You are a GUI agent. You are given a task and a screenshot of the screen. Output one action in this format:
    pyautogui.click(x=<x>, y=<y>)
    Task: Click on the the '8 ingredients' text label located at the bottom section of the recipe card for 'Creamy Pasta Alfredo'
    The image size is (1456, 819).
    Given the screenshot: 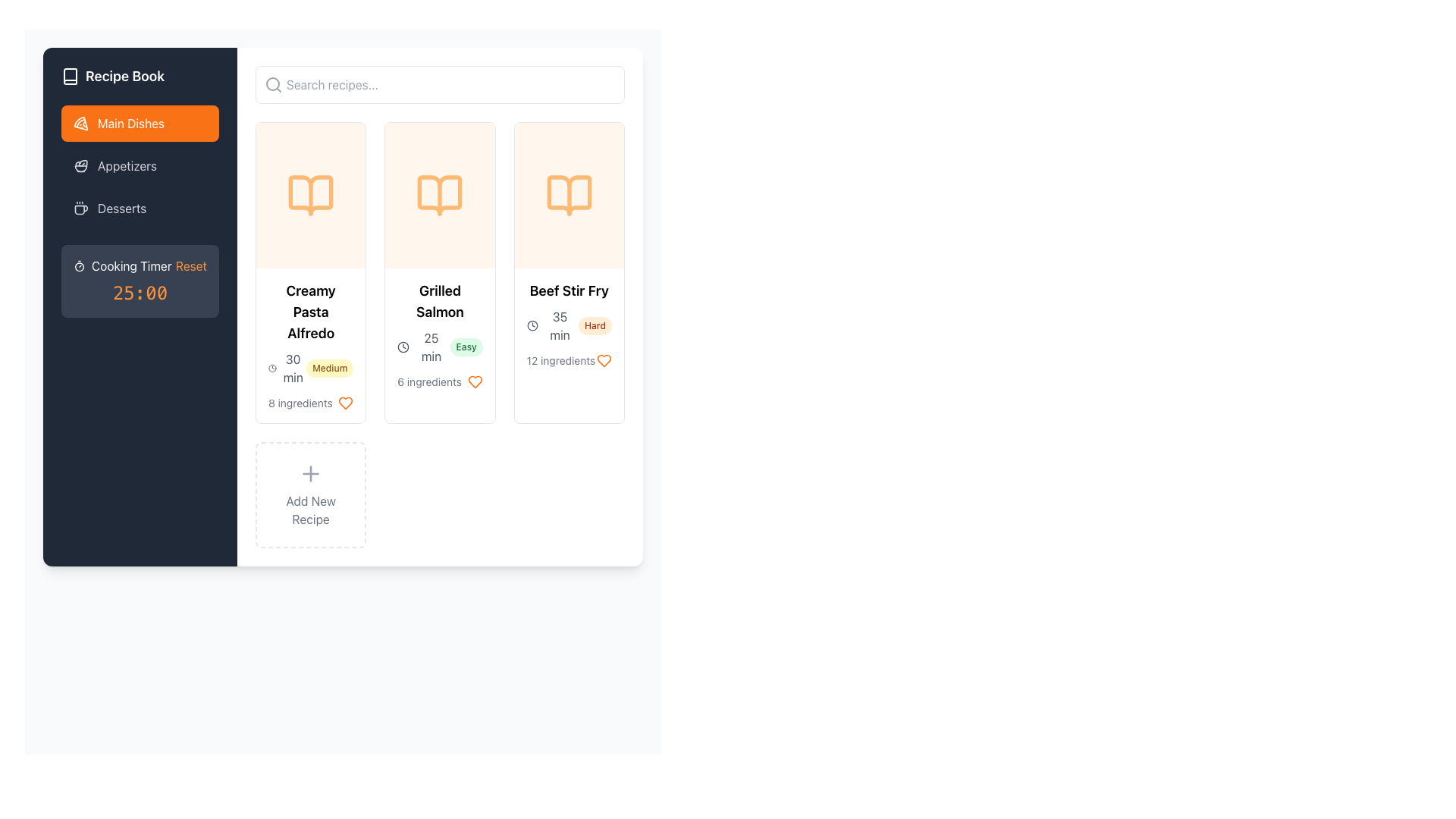 What is the action you would take?
    pyautogui.click(x=310, y=403)
    